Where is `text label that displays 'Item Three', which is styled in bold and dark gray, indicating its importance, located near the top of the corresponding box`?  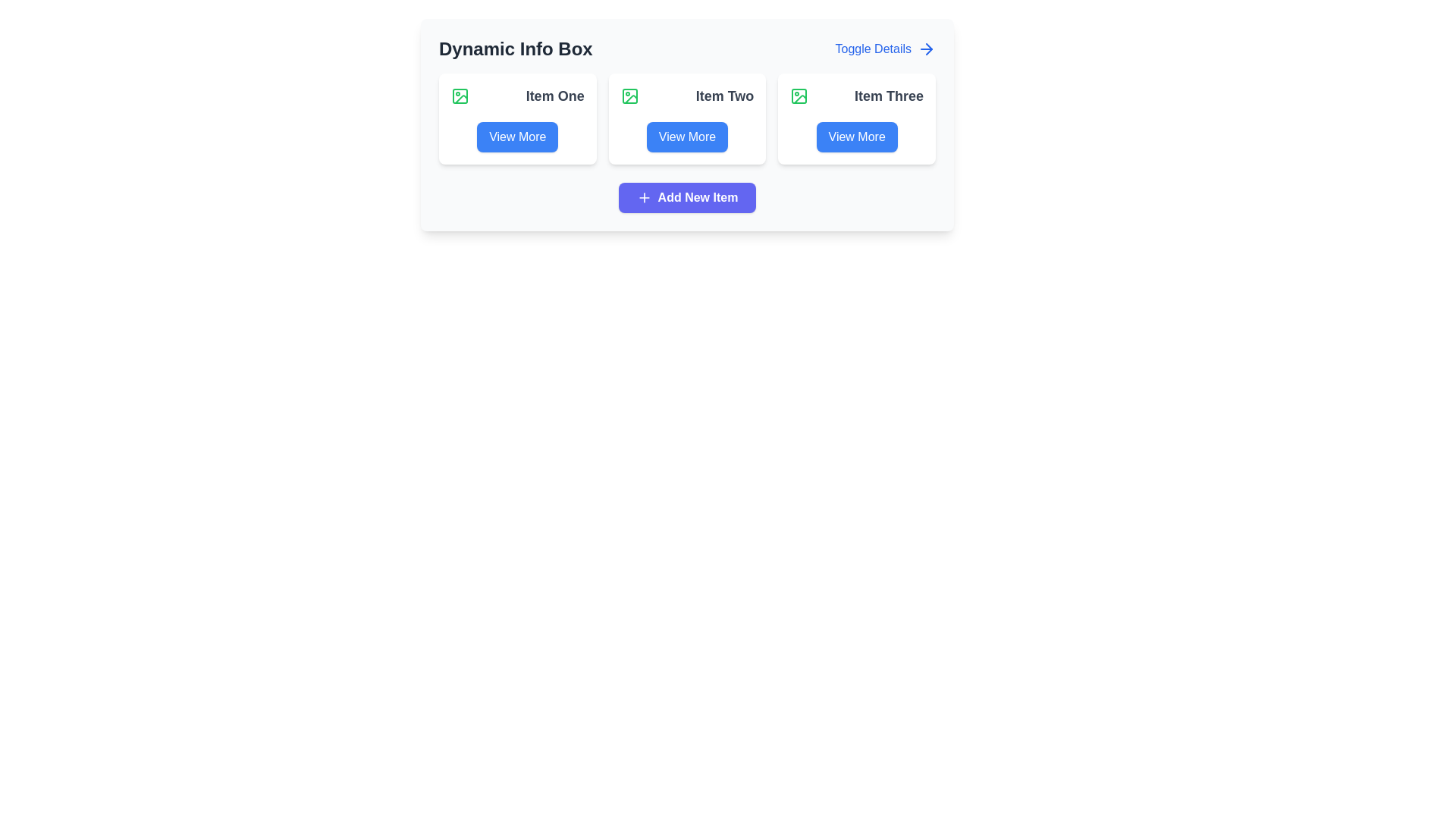
text label that displays 'Item Three', which is styled in bold and dark gray, indicating its importance, located near the top of the corresponding box is located at coordinates (857, 96).